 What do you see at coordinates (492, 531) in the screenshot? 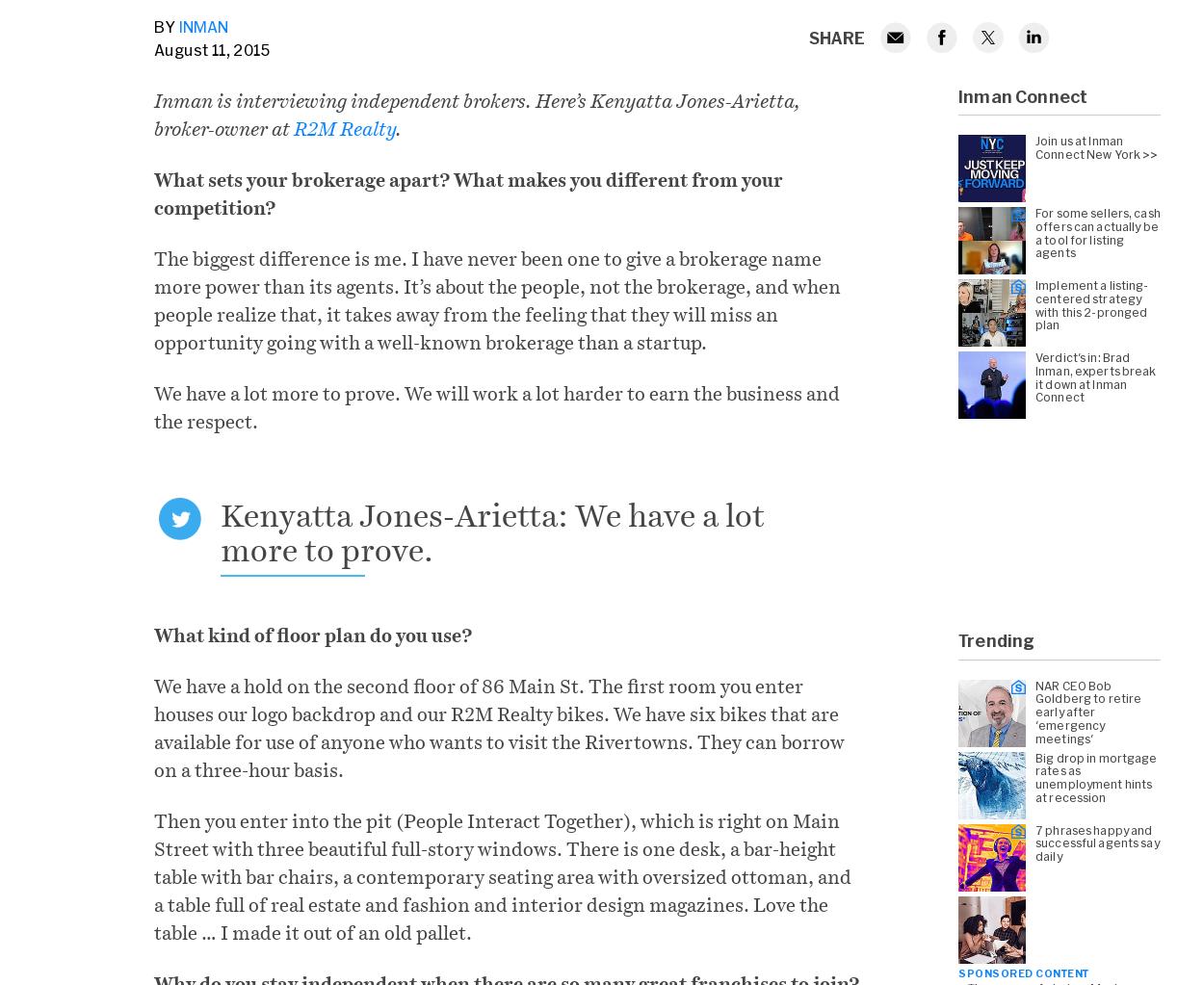
I see `'Kenyatta Jones-Arietta: We have a lot more to prove.'` at bounding box center [492, 531].